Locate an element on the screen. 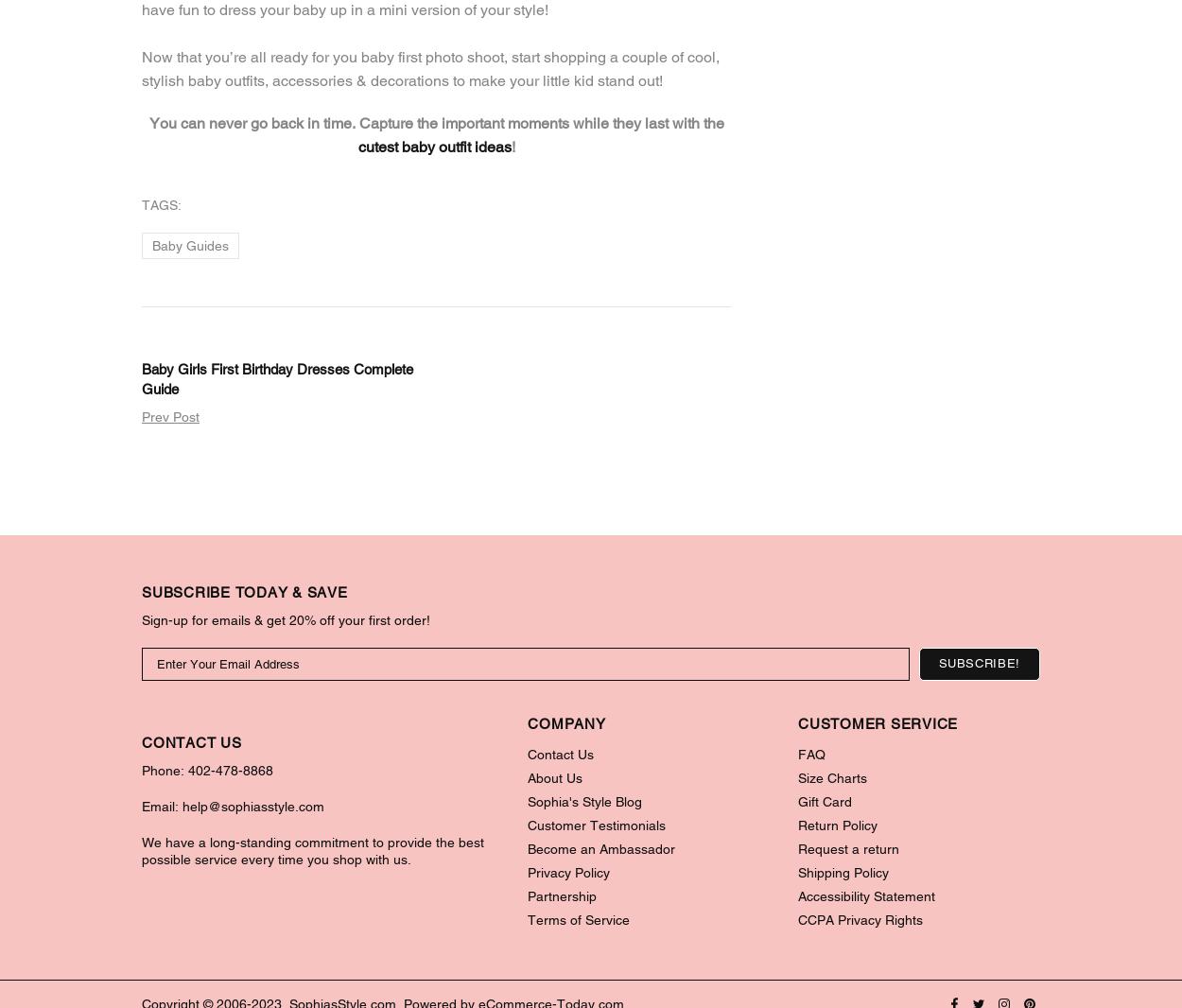 The image size is (1182, 1008). 'Sophia's Style Blog' is located at coordinates (583, 801).